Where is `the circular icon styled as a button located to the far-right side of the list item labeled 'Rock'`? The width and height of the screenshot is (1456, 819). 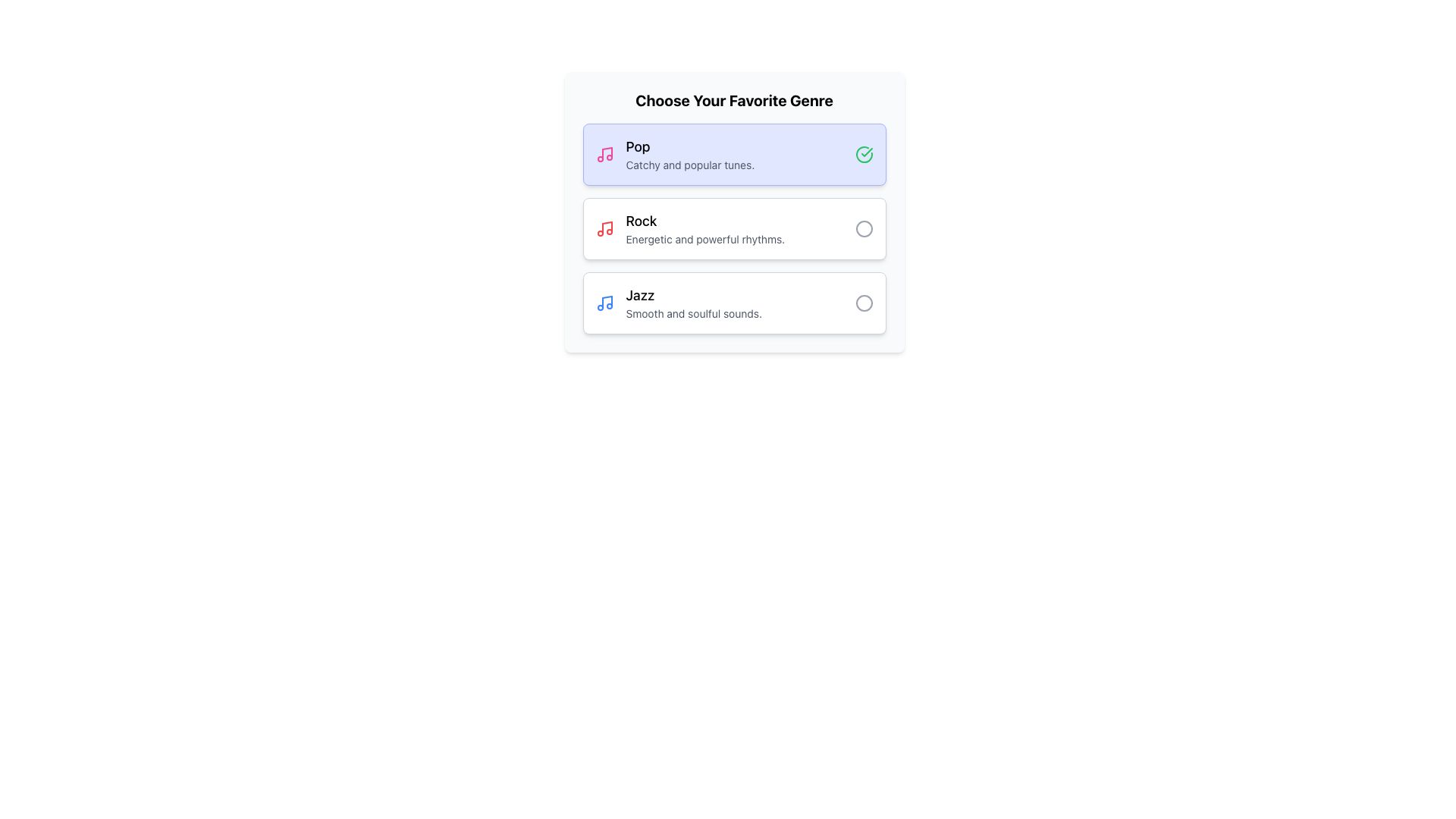 the circular icon styled as a button located to the far-right side of the list item labeled 'Rock' is located at coordinates (864, 228).